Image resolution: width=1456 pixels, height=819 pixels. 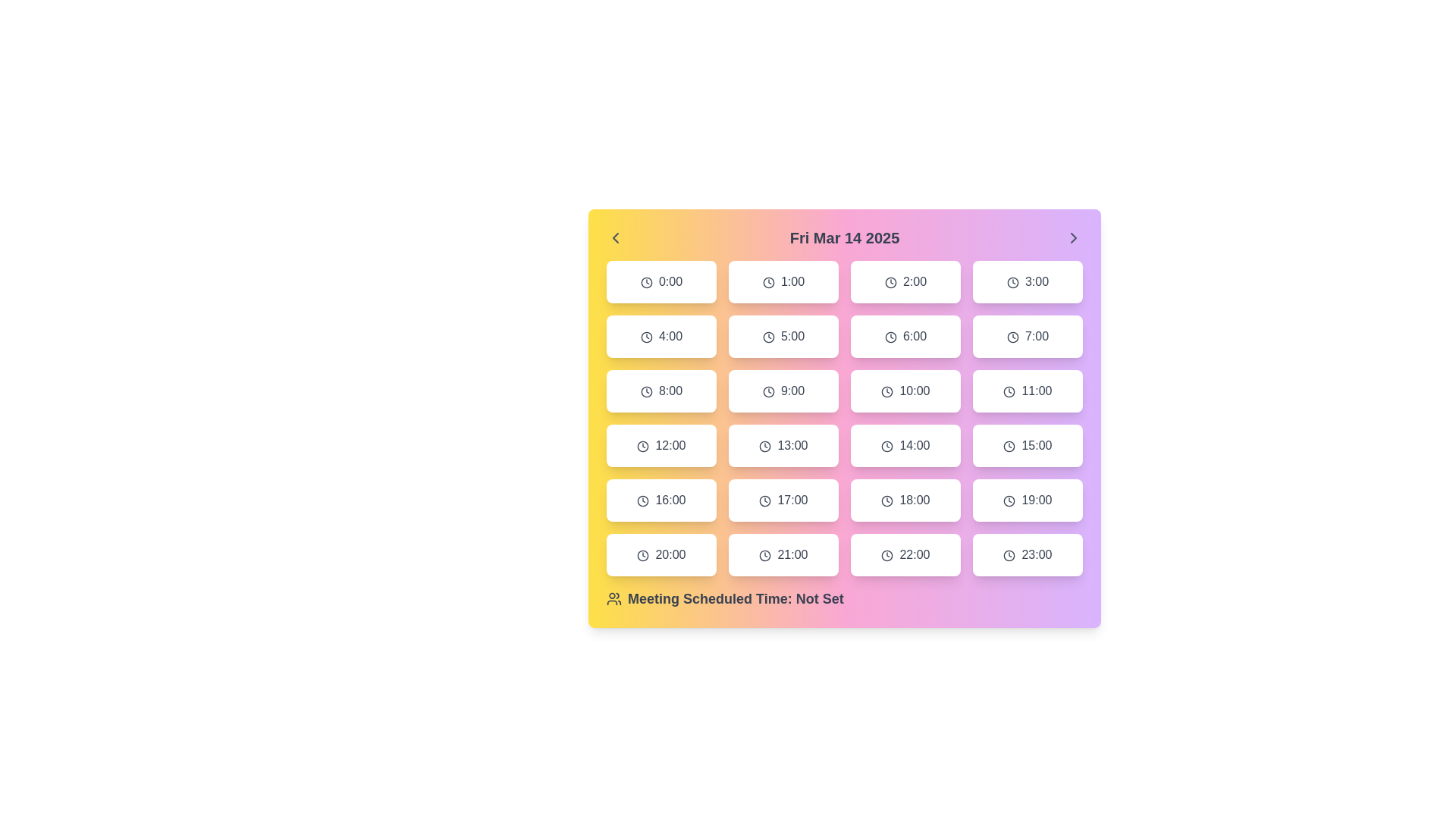 I want to click on the selectable time option button labeled '5:00' located in the second row and second column of the grid layout, so click(x=783, y=335).